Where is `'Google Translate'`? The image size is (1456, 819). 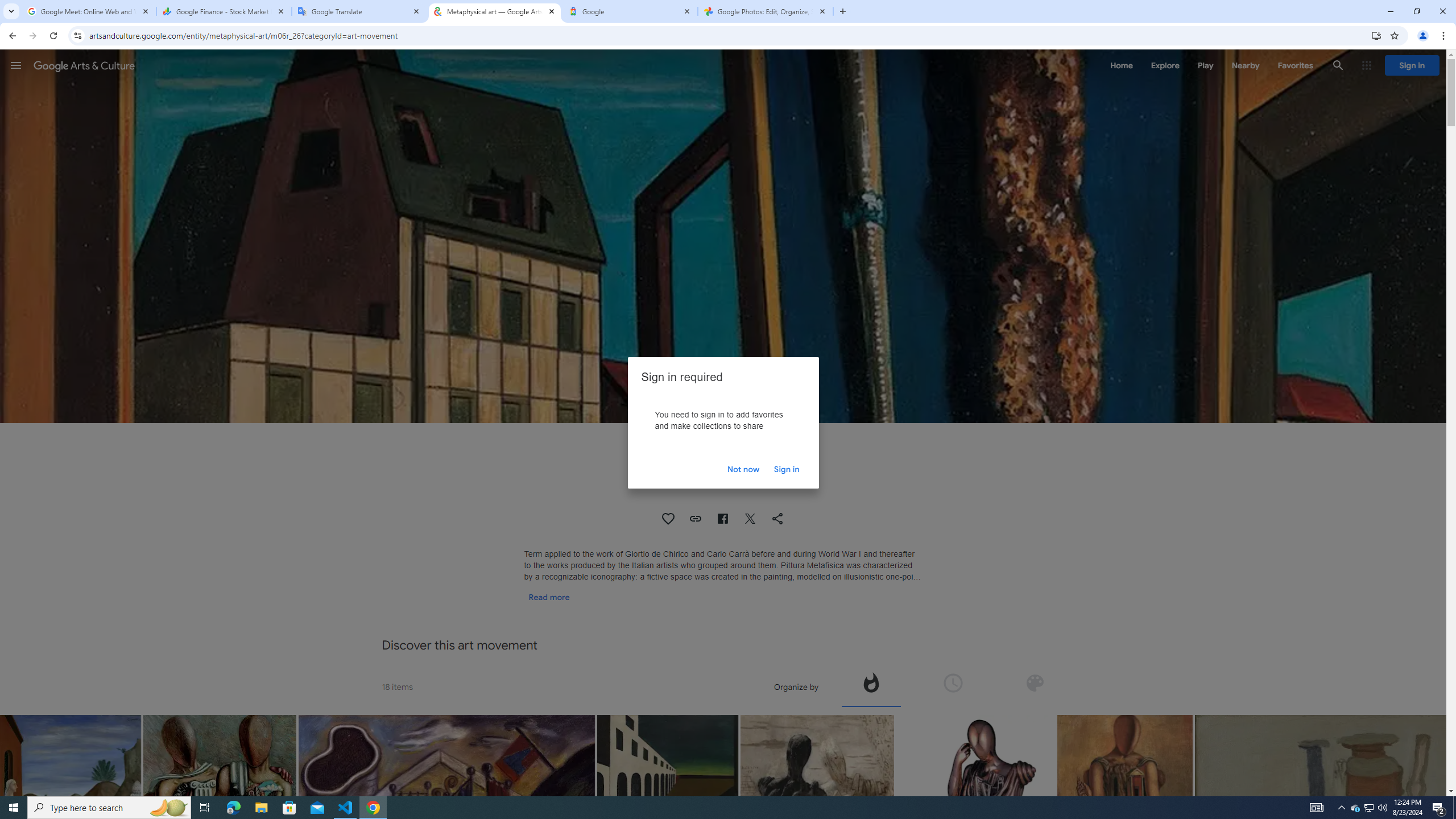
'Google Translate' is located at coordinates (359, 11).